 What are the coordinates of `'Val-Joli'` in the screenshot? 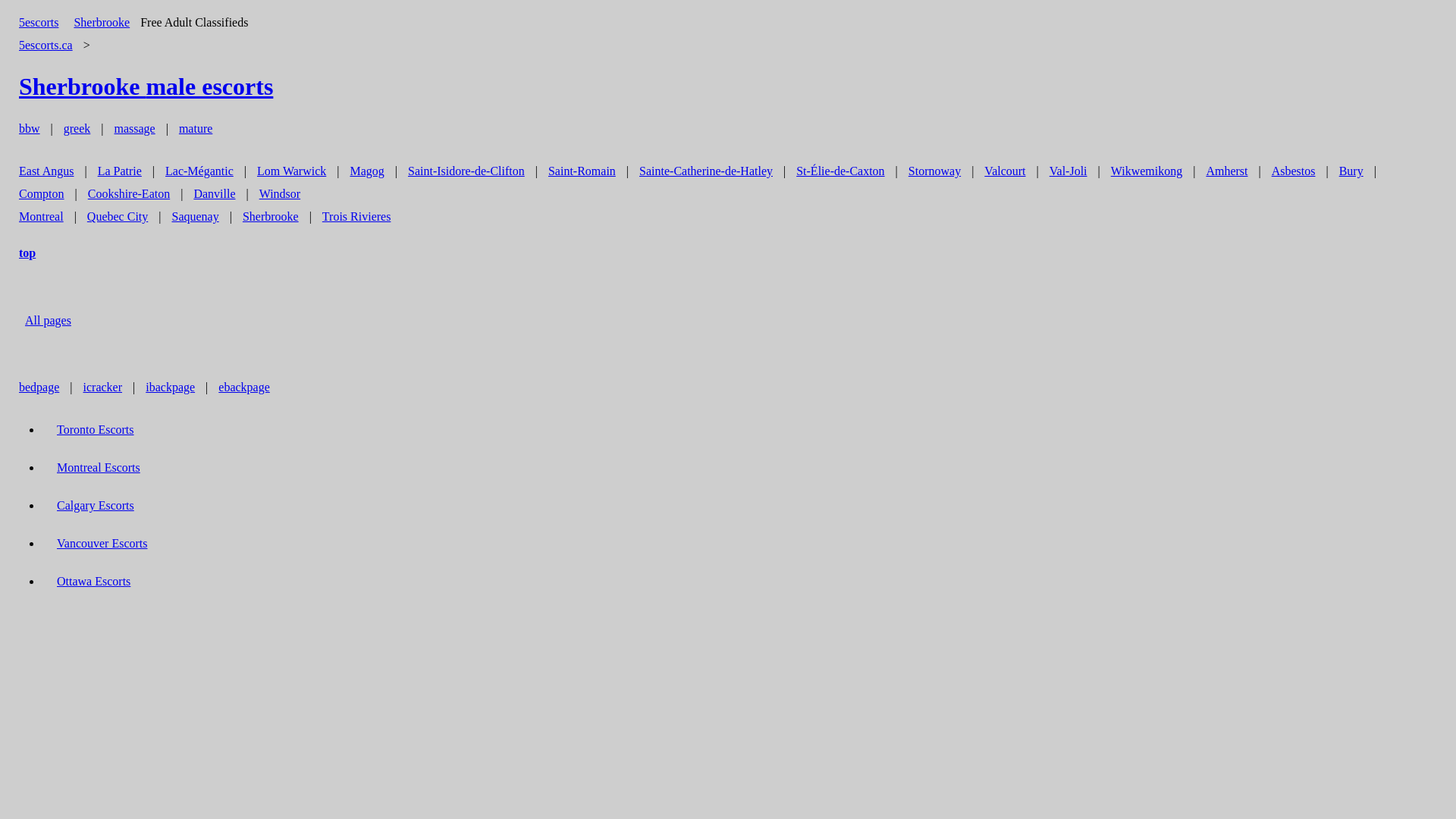 It's located at (1068, 171).